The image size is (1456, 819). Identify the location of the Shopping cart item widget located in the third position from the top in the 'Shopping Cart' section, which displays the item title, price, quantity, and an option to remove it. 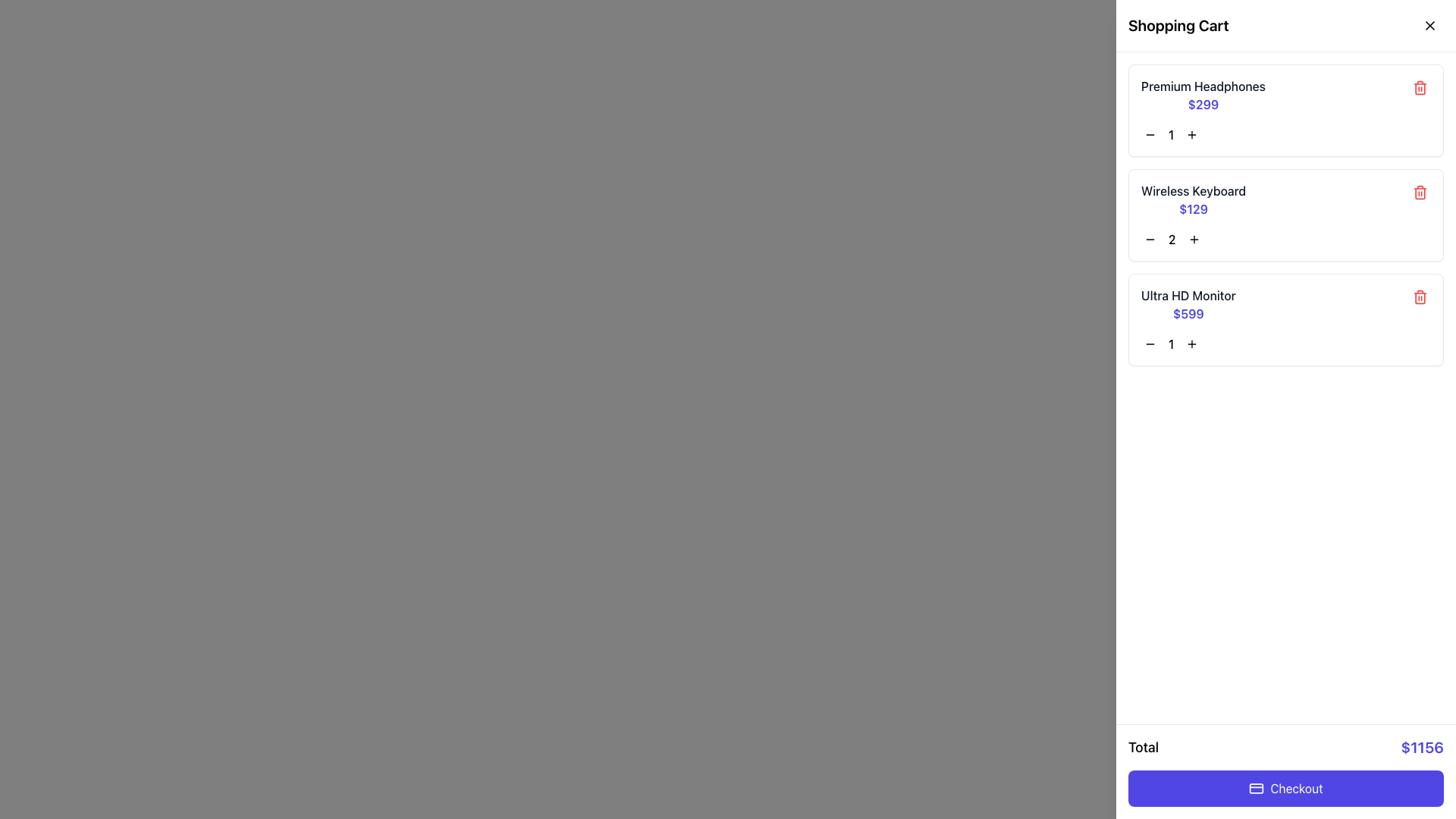
(1285, 318).